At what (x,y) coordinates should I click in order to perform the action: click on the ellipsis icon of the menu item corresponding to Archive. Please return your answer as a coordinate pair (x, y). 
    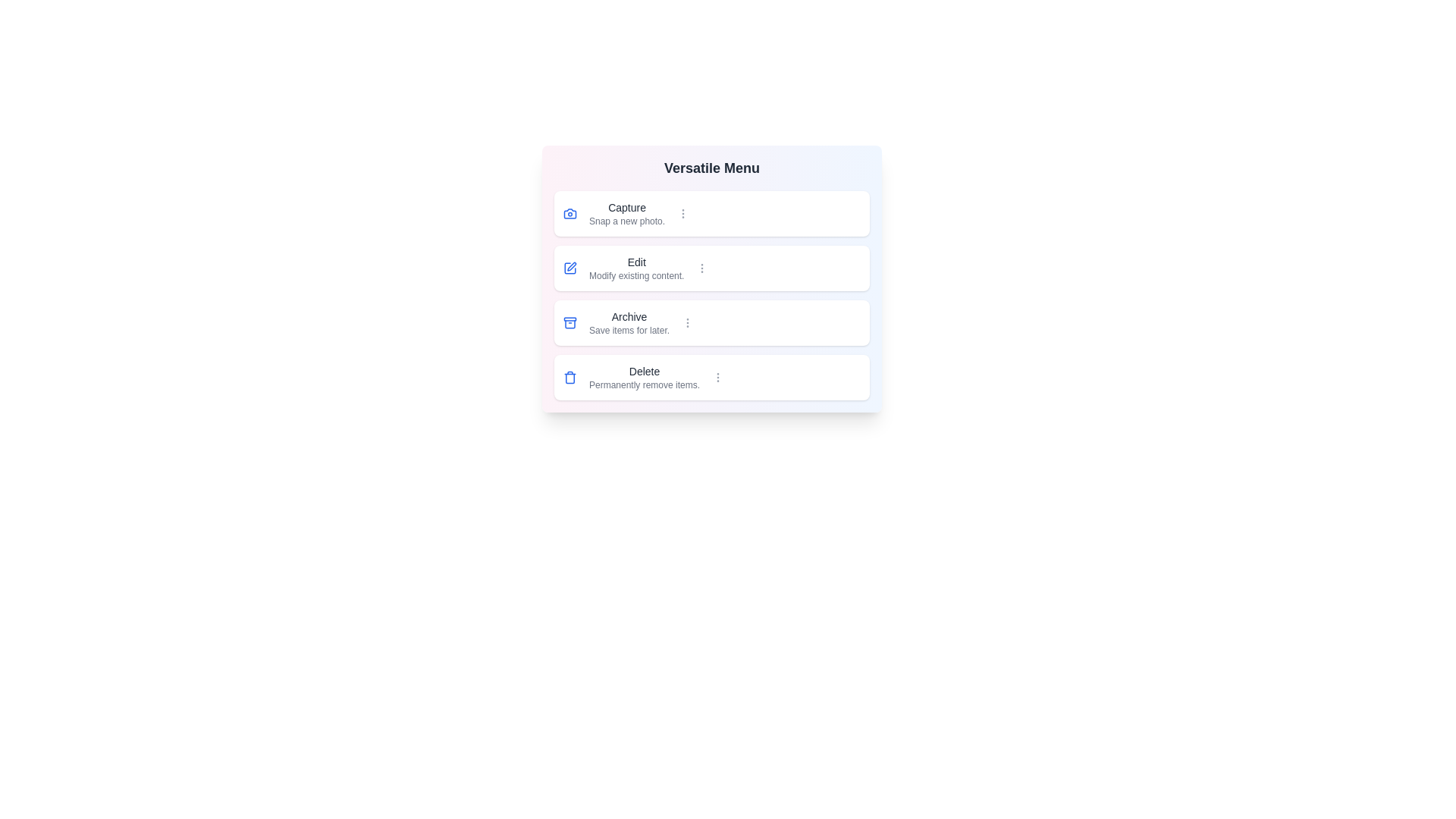
    Looking at the image, I should click on (687, 322).